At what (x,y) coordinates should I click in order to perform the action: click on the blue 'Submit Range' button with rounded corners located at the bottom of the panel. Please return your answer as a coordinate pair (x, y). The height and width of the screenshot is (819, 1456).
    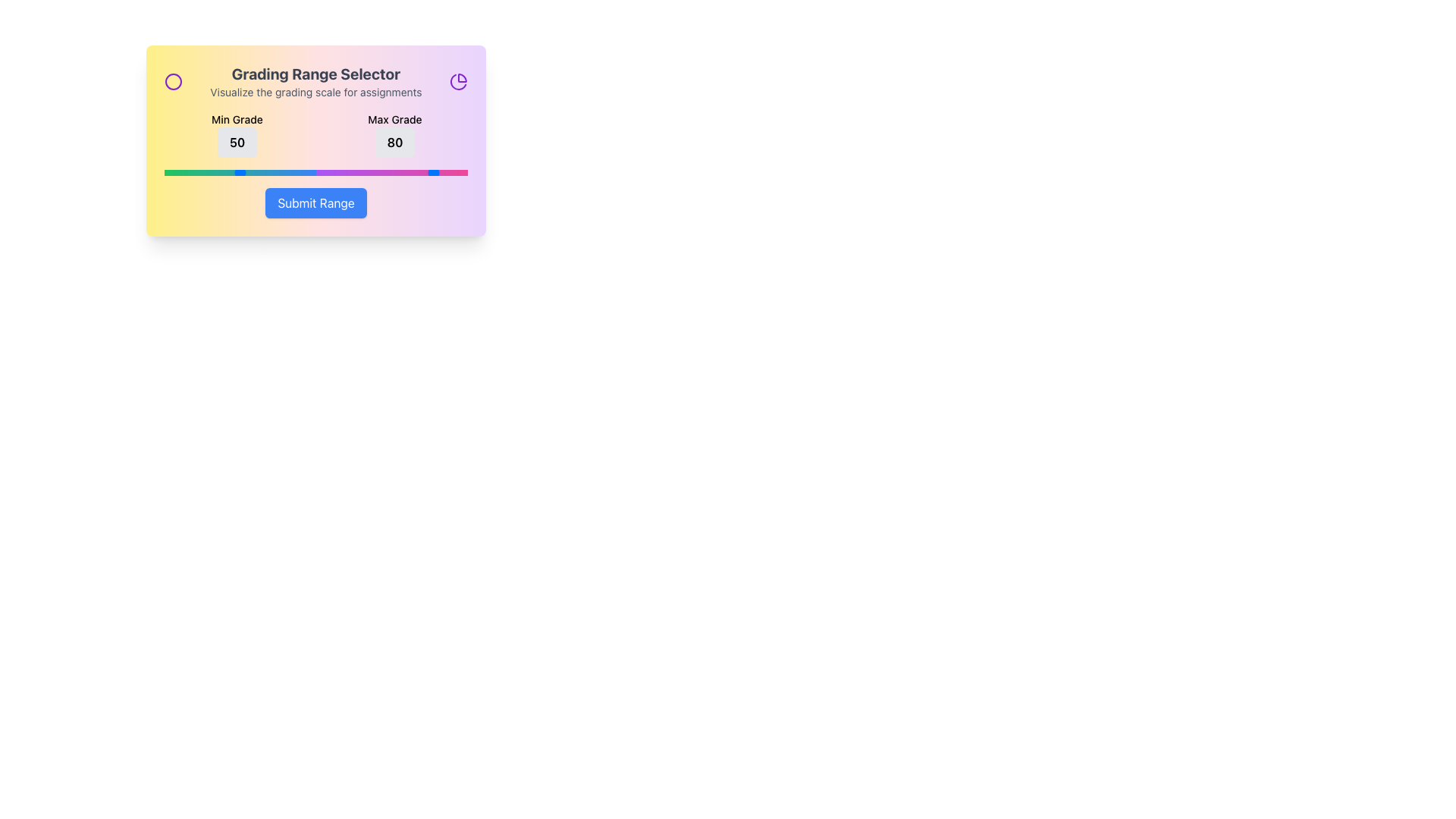
    Looking at the image, I should click on (315, 202).